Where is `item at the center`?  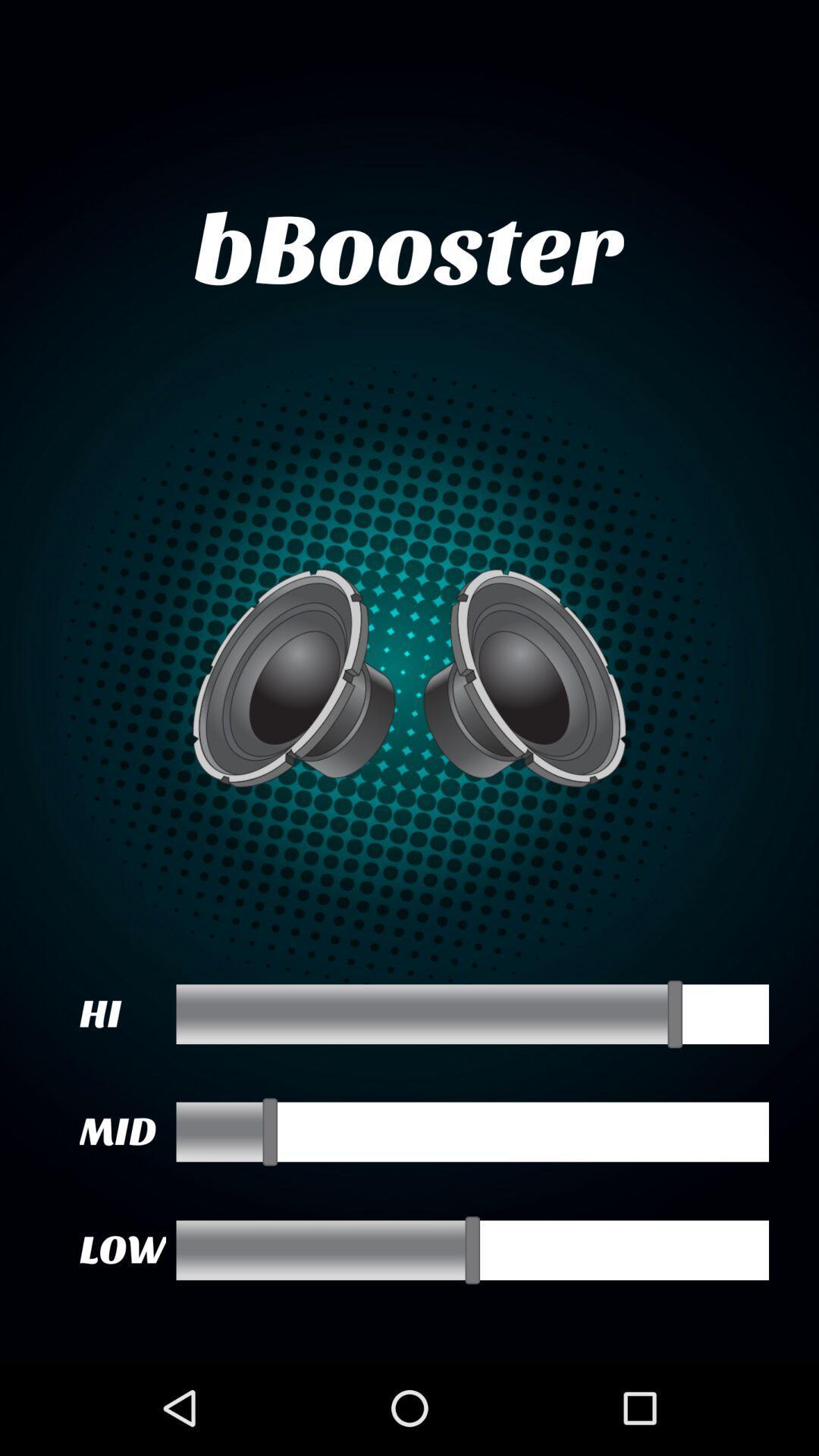
item at the center is located at coordinates (409, 677).